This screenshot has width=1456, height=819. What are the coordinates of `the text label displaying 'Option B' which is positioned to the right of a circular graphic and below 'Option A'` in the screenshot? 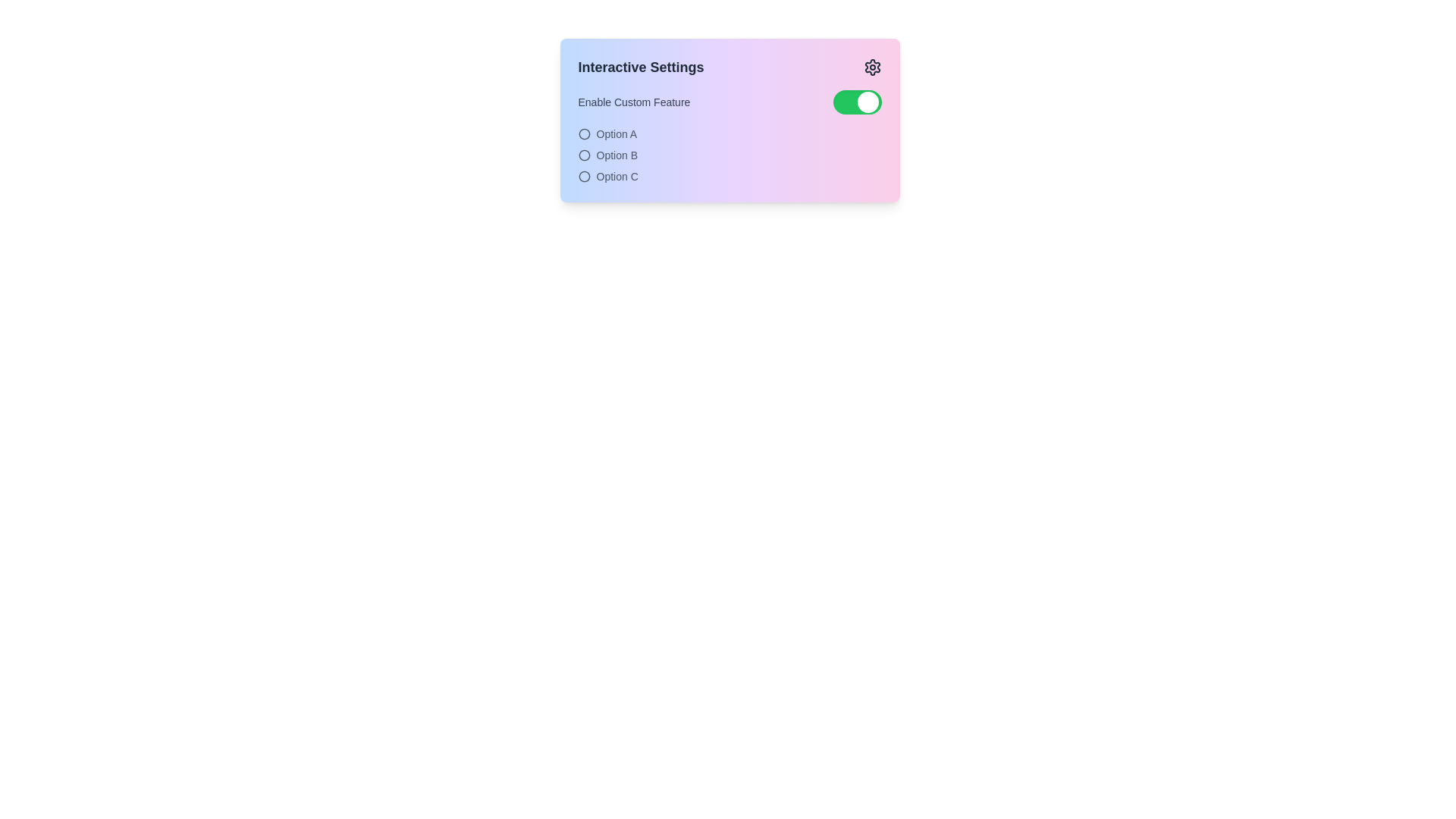 It's located at (617, 155).